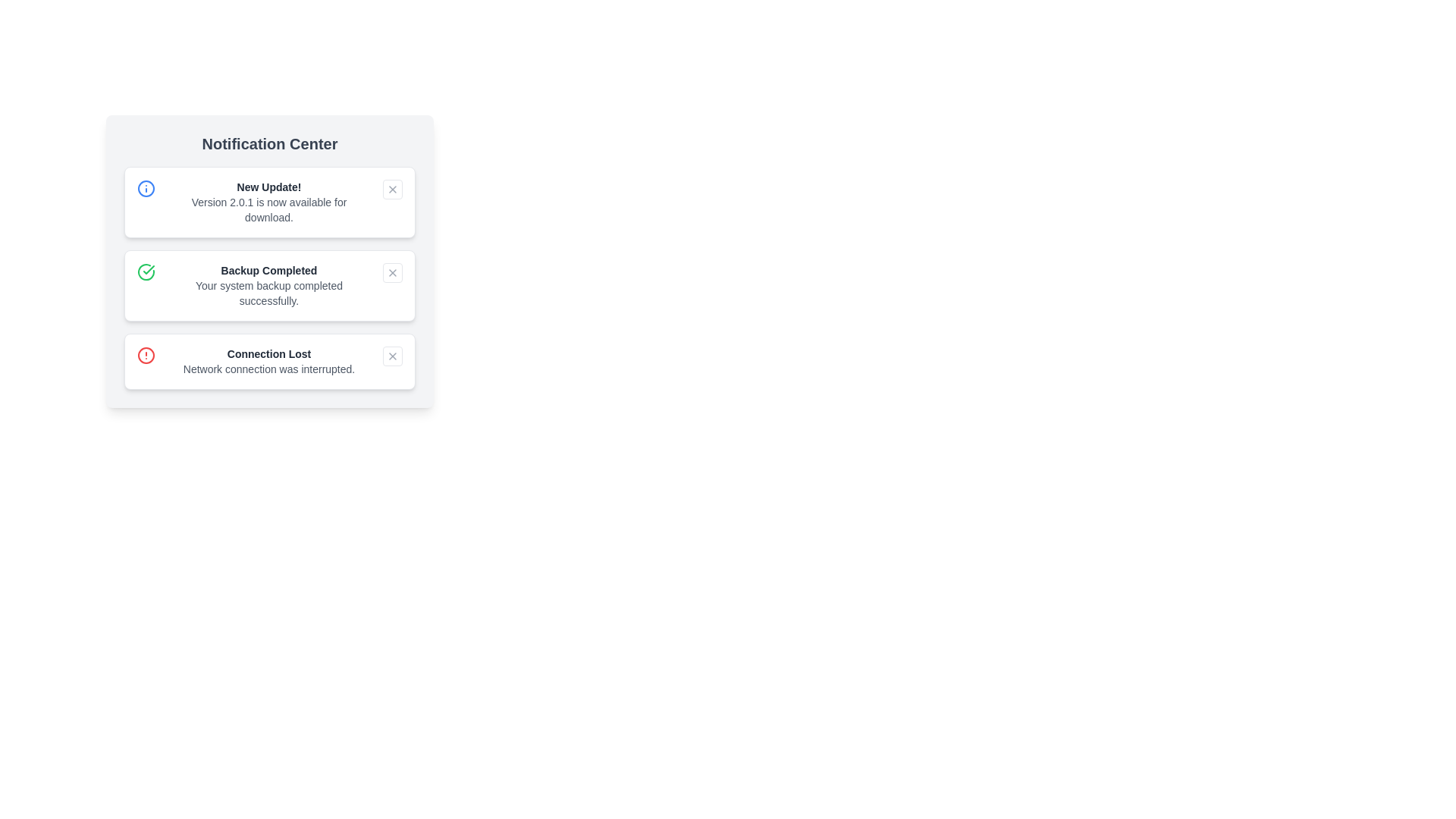  I want to click on an individual notification card within the Notification Center, which is located towards the top-left area of the interface, so click(269, 287).